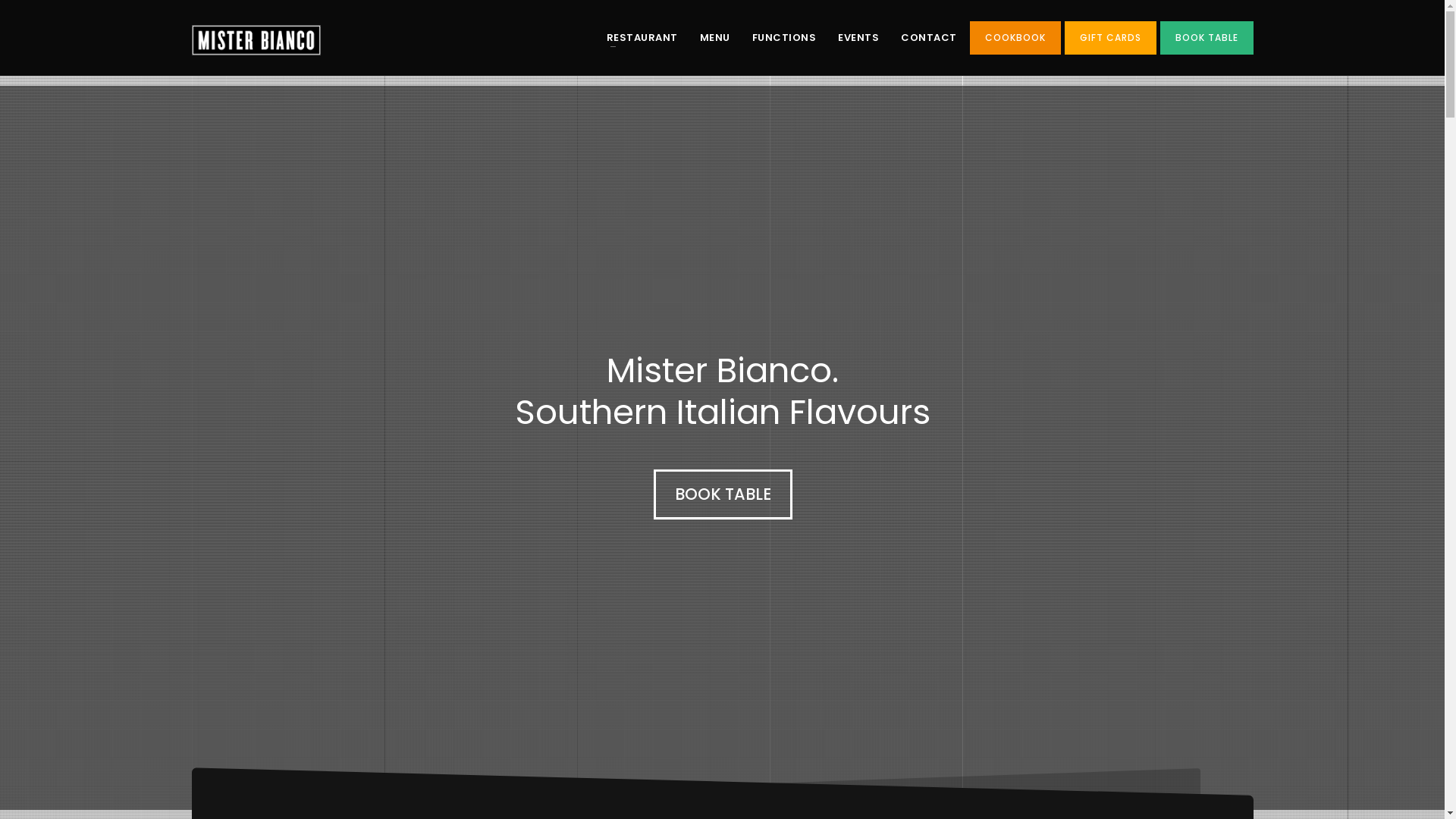 Image resolution: width=1456 pixels, height=819 pixels. What do you see at coordinates (722, 494) in the screenshot?
I see `'BOOK TABLE'` at bounding box center [722, 494].